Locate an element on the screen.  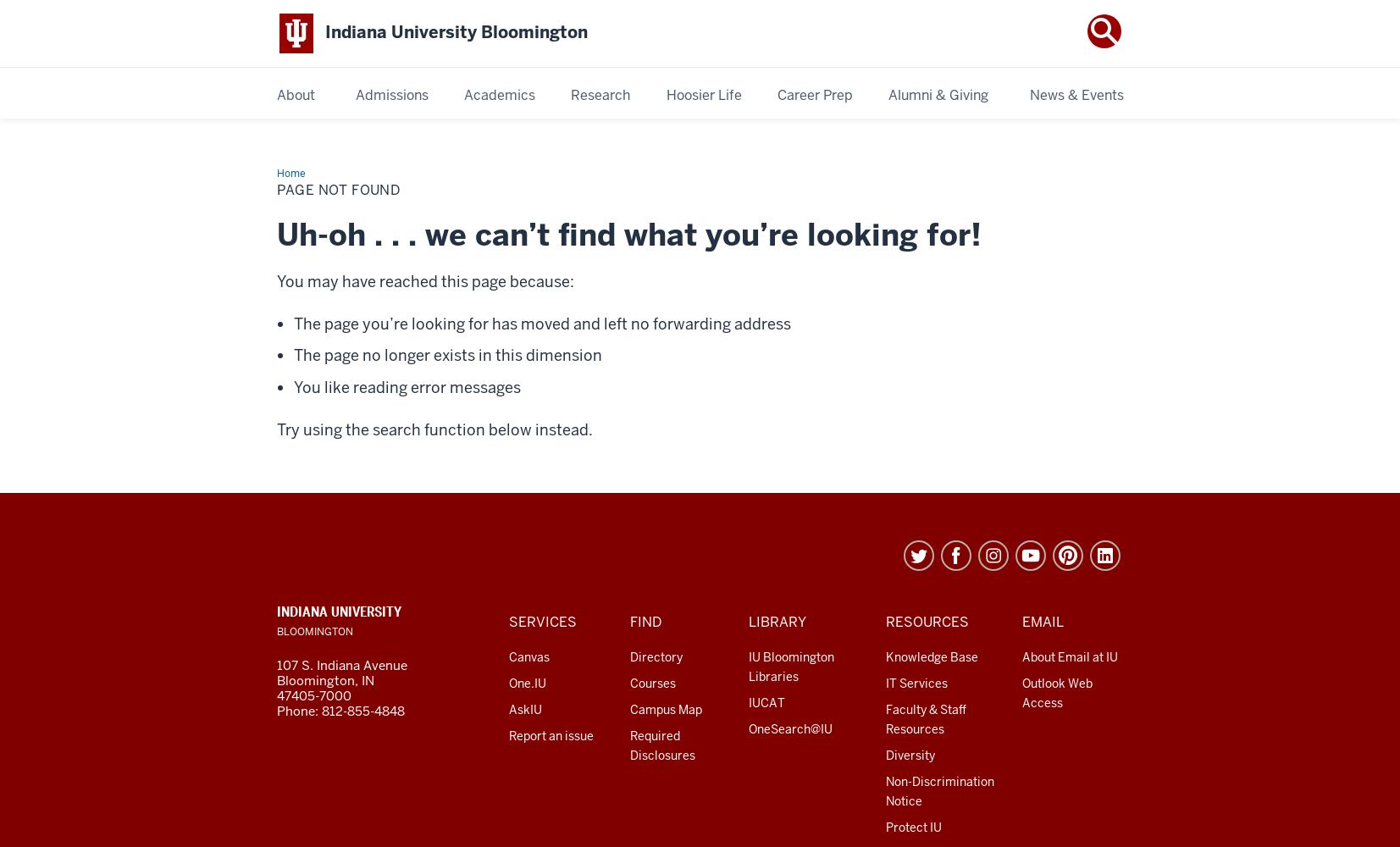
'Campus Map' is located at coordinates (664, 708).